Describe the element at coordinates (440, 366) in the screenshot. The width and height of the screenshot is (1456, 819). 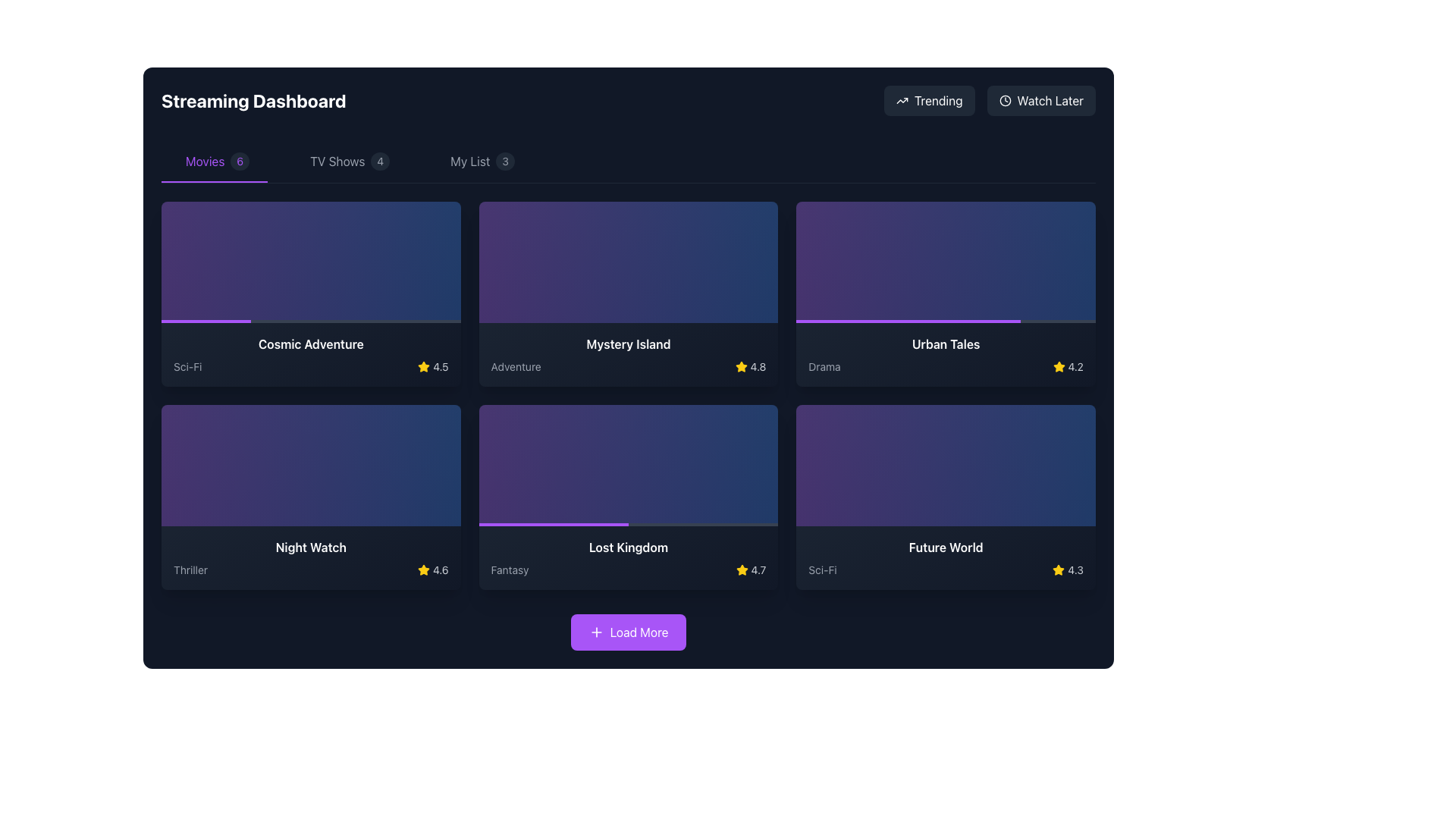
I see `the text display showing the rating '4.5' next to the yellow star icon in the Movies section below 'Cosmic Adventure'` at that location.